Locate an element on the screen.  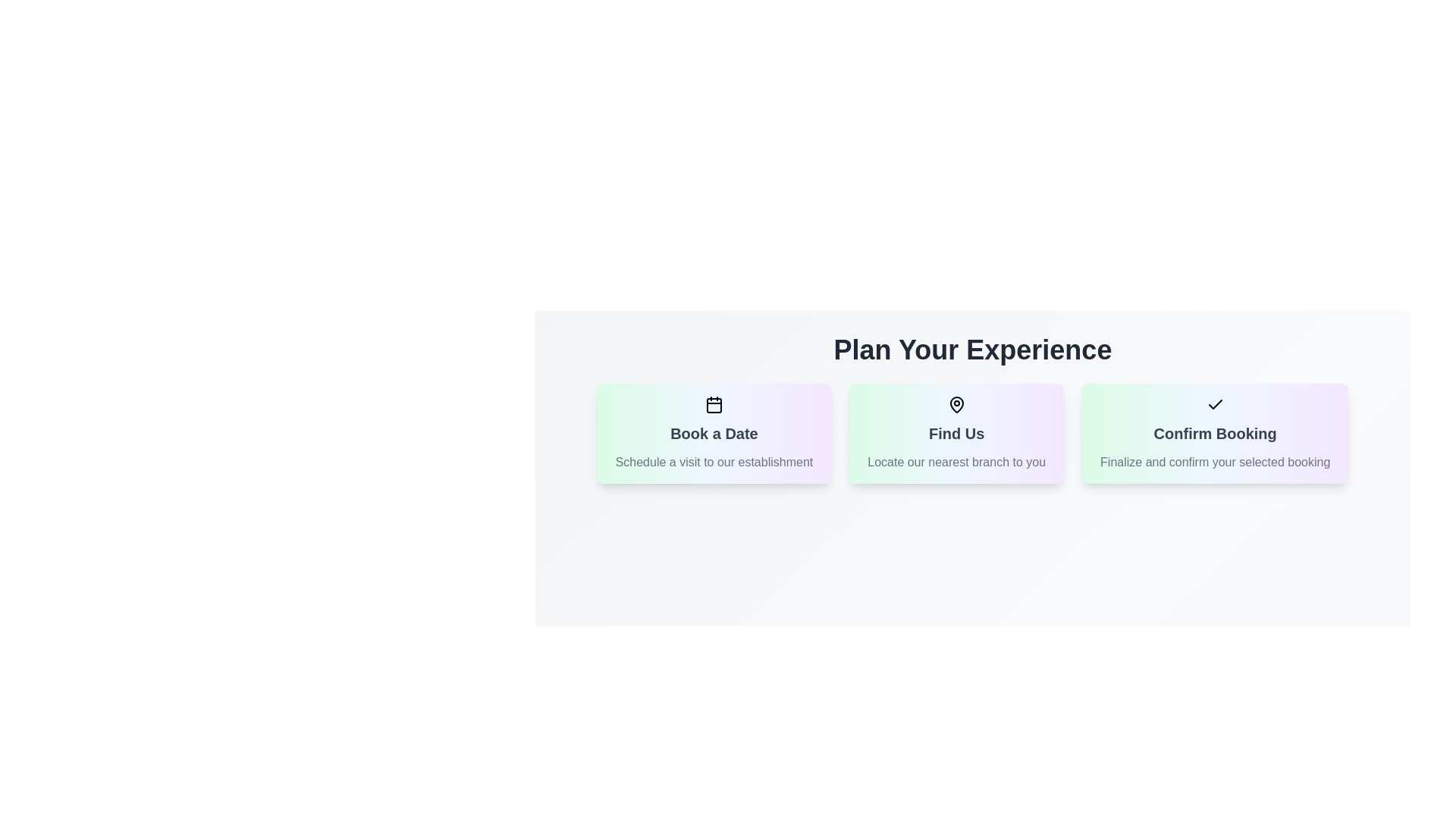
the descriptive text label located in the leftmost card below 'Book a Date' is located at coordinates (713, 461).